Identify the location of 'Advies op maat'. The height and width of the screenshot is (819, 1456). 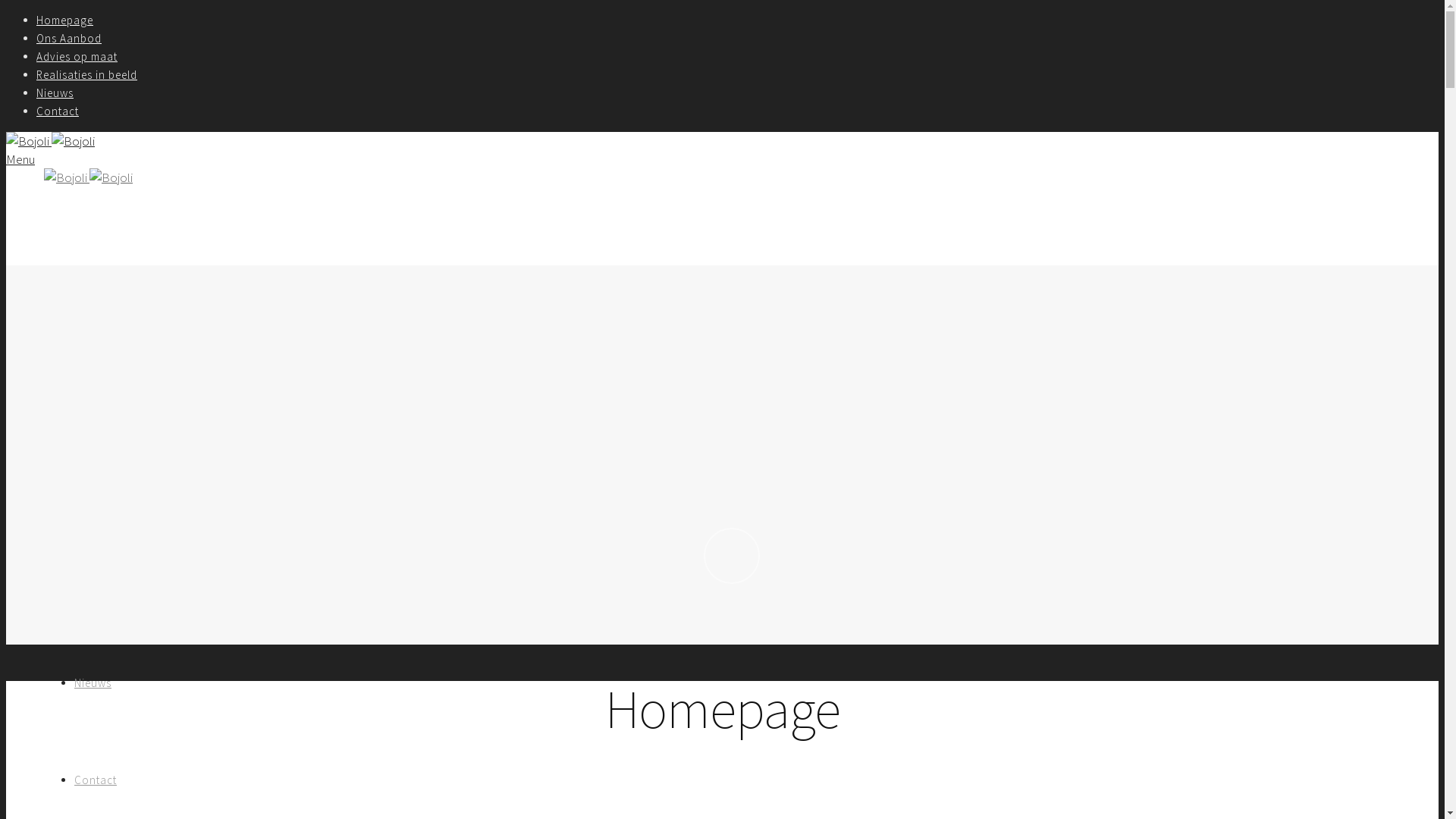
(36, 55).